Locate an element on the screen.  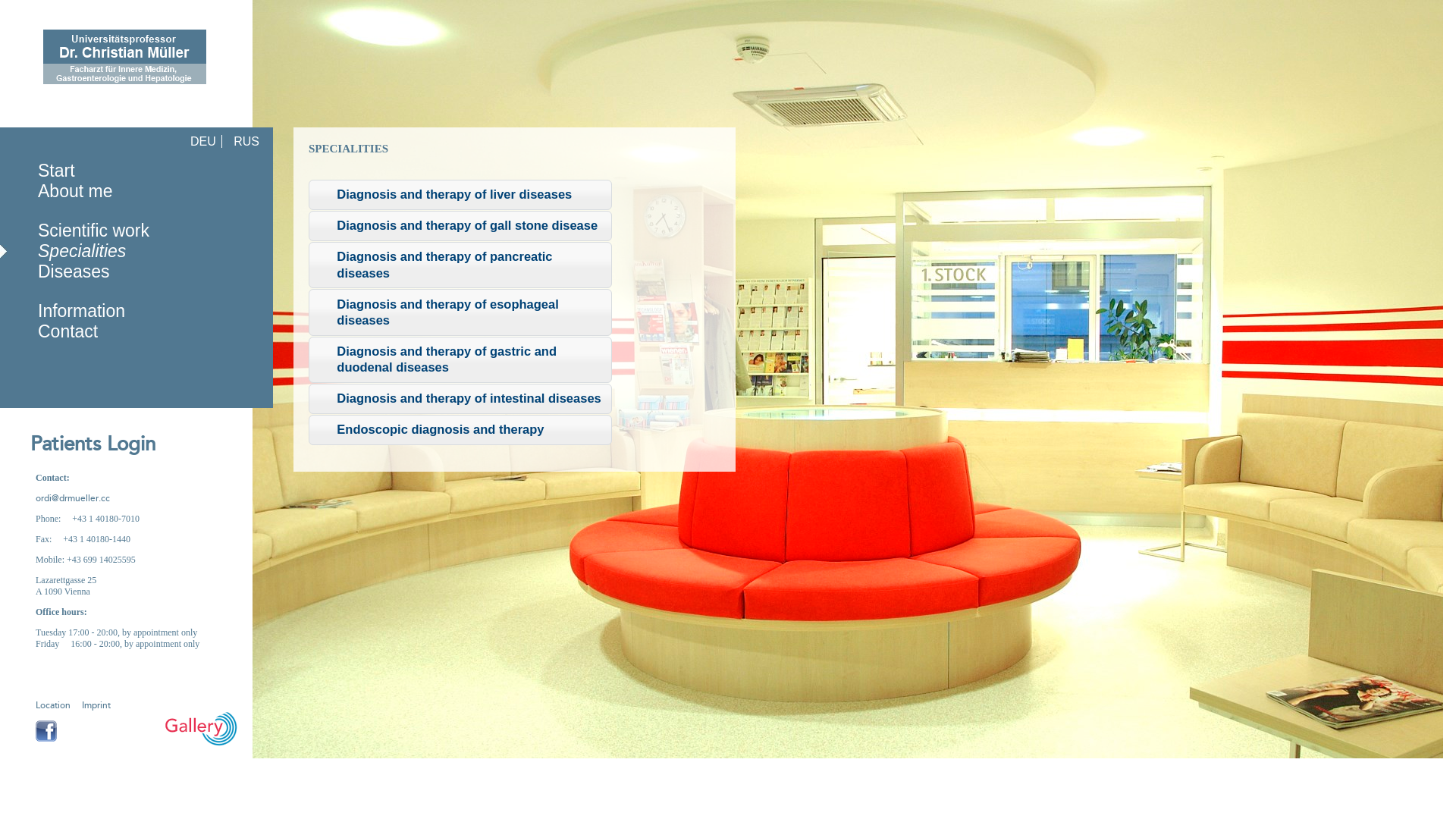
'About me' is located at coordinates (74, 190).